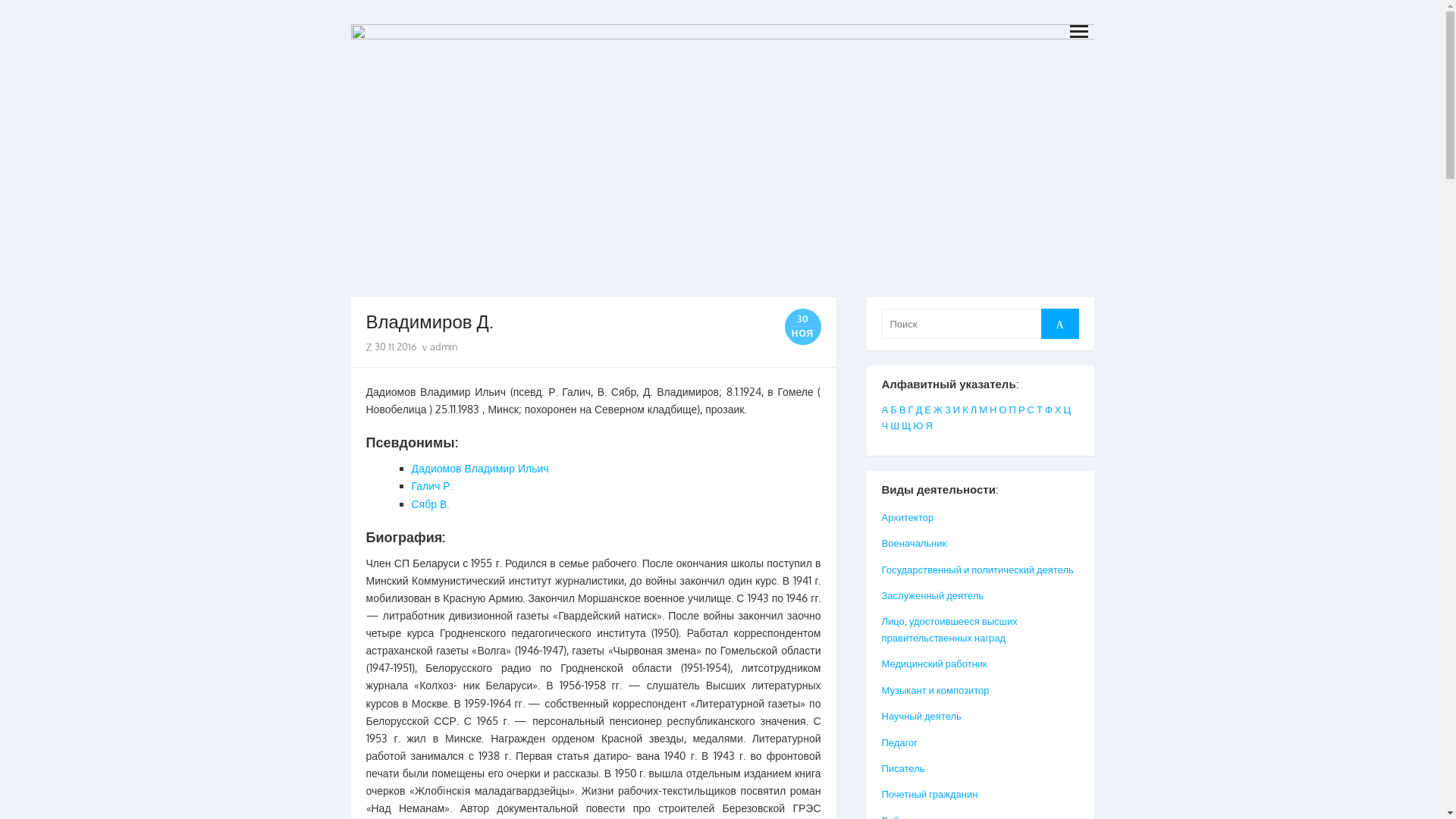  I want to click on '30.11.2016', so click(396, 346).